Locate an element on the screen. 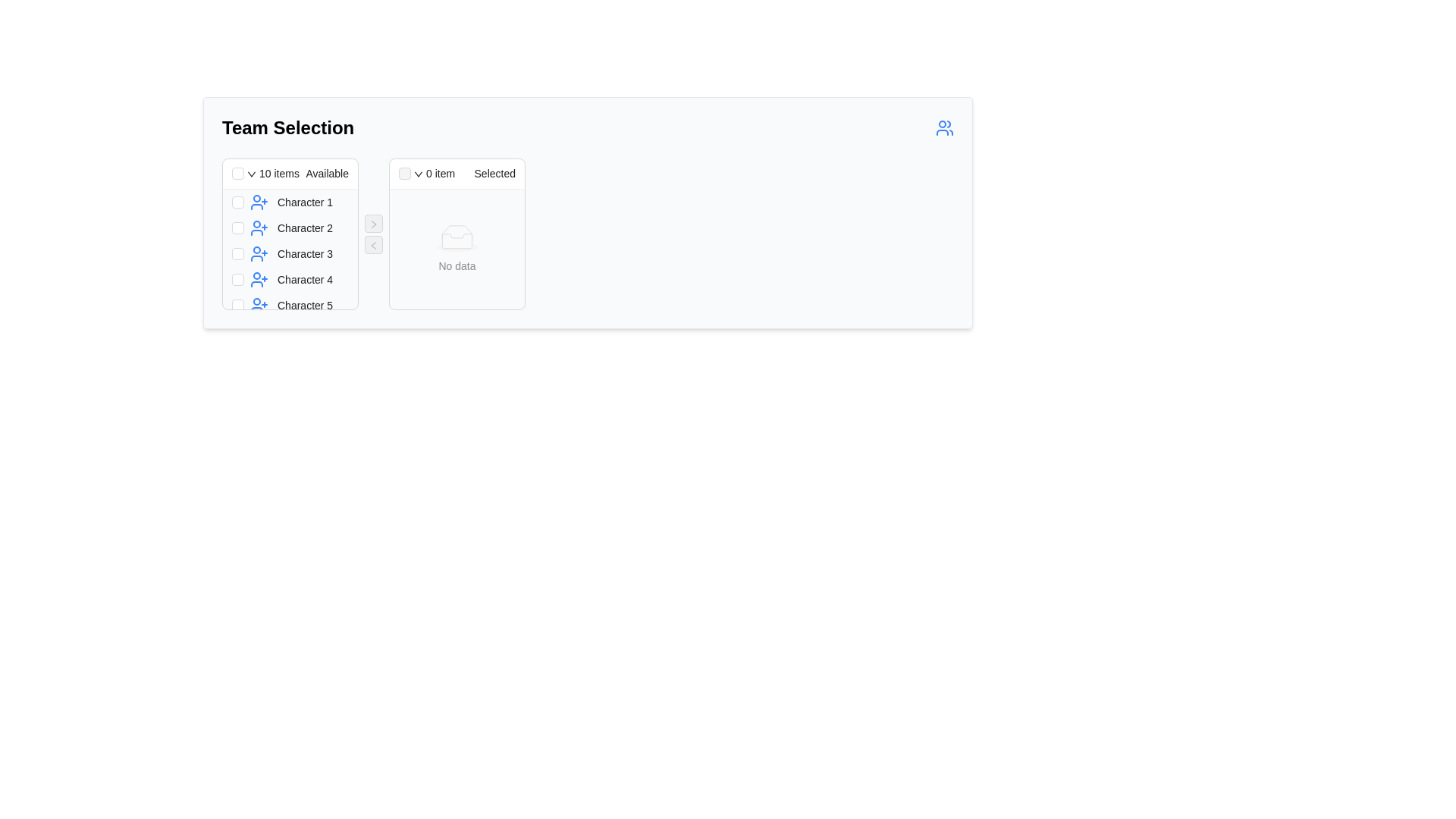  names listed in the vertically stacked list component under the 'Available' section of the 'Team Selection' panel, which includes checkboxes and user icons for each item is located at coordinates (290, 248).